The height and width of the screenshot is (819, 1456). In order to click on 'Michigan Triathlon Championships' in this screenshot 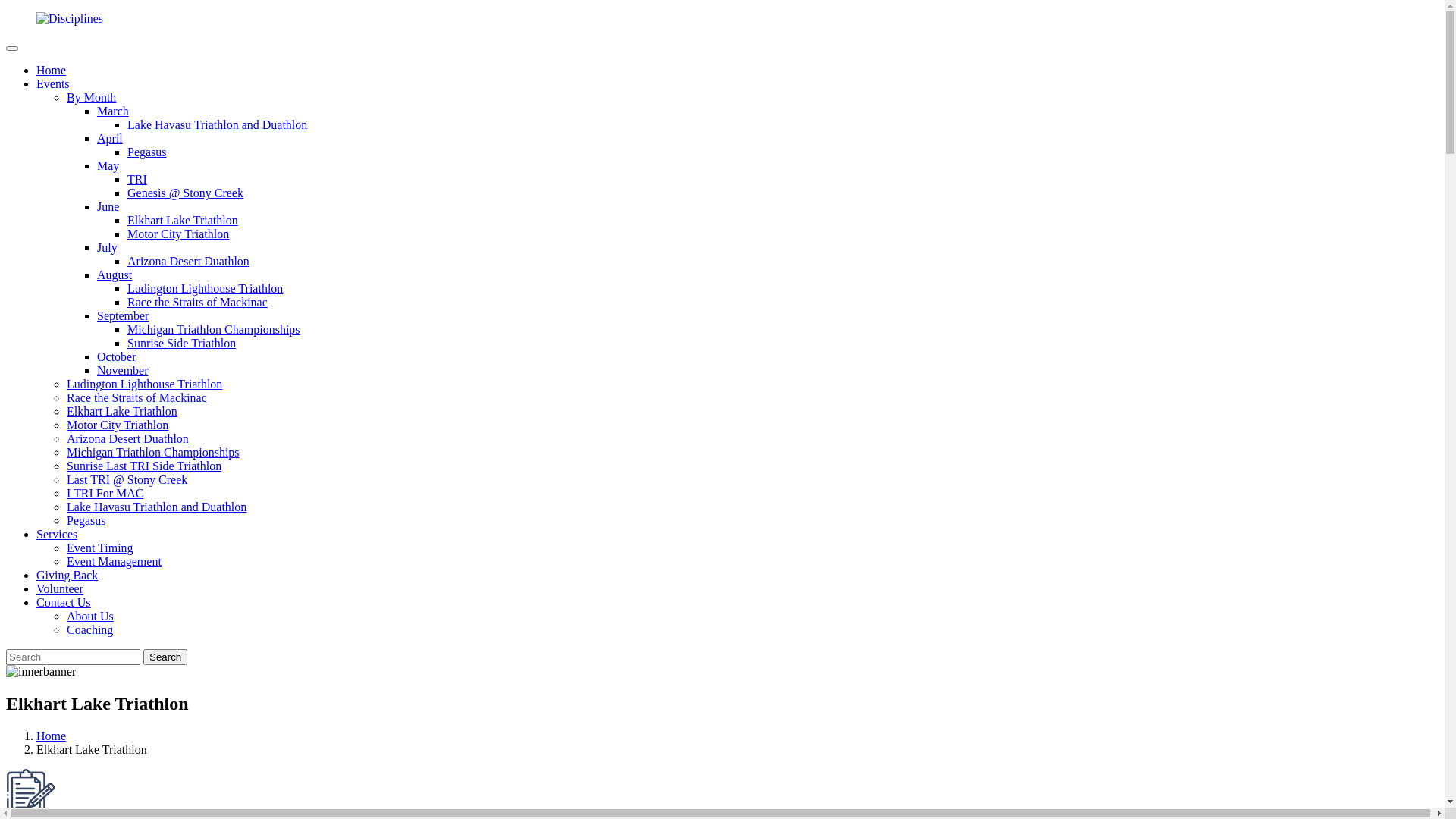, I will do `click(213, 328)`.